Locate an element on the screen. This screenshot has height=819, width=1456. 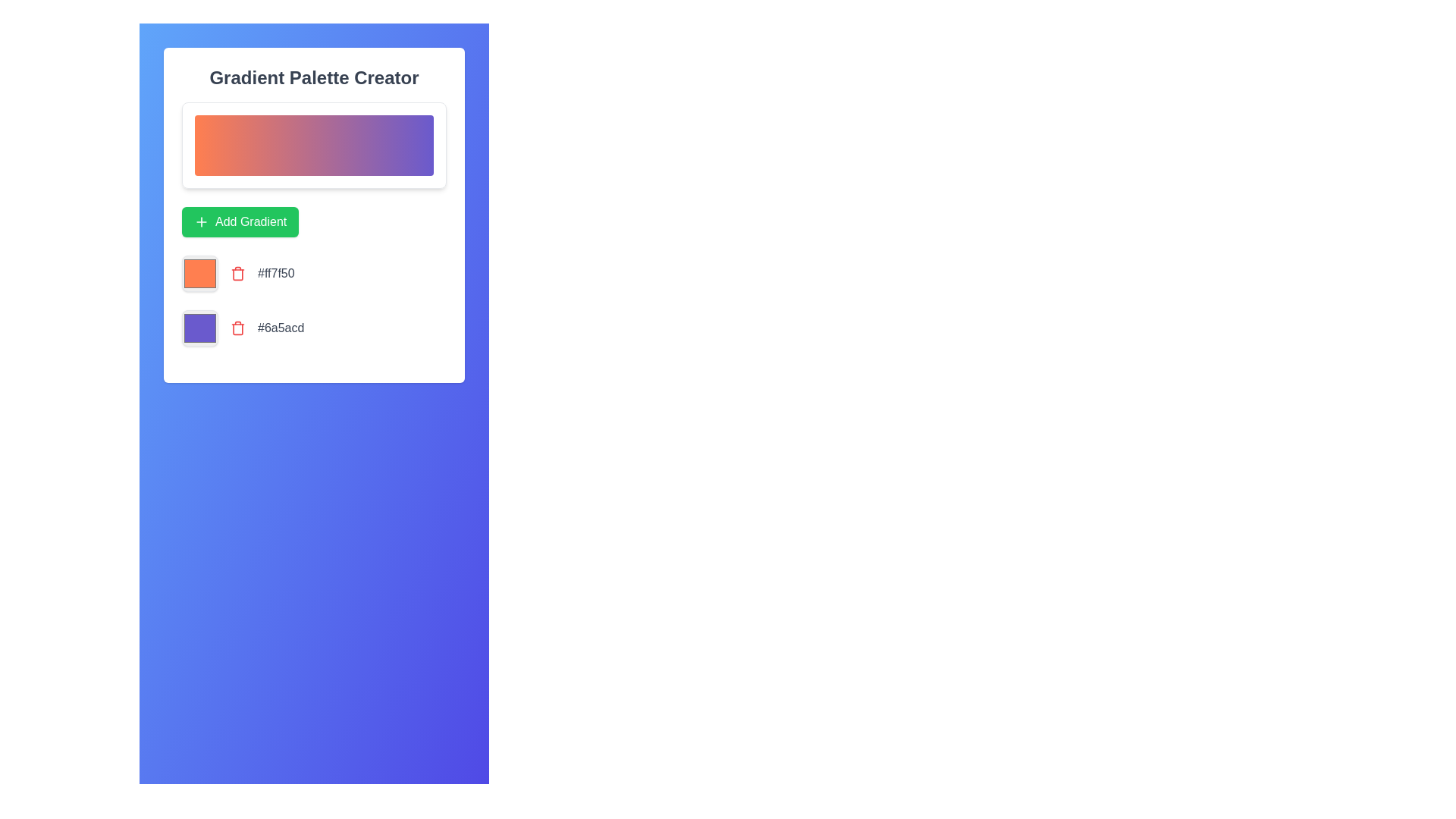
the 'Add Gradient' button is located at coordinates (313, 222).